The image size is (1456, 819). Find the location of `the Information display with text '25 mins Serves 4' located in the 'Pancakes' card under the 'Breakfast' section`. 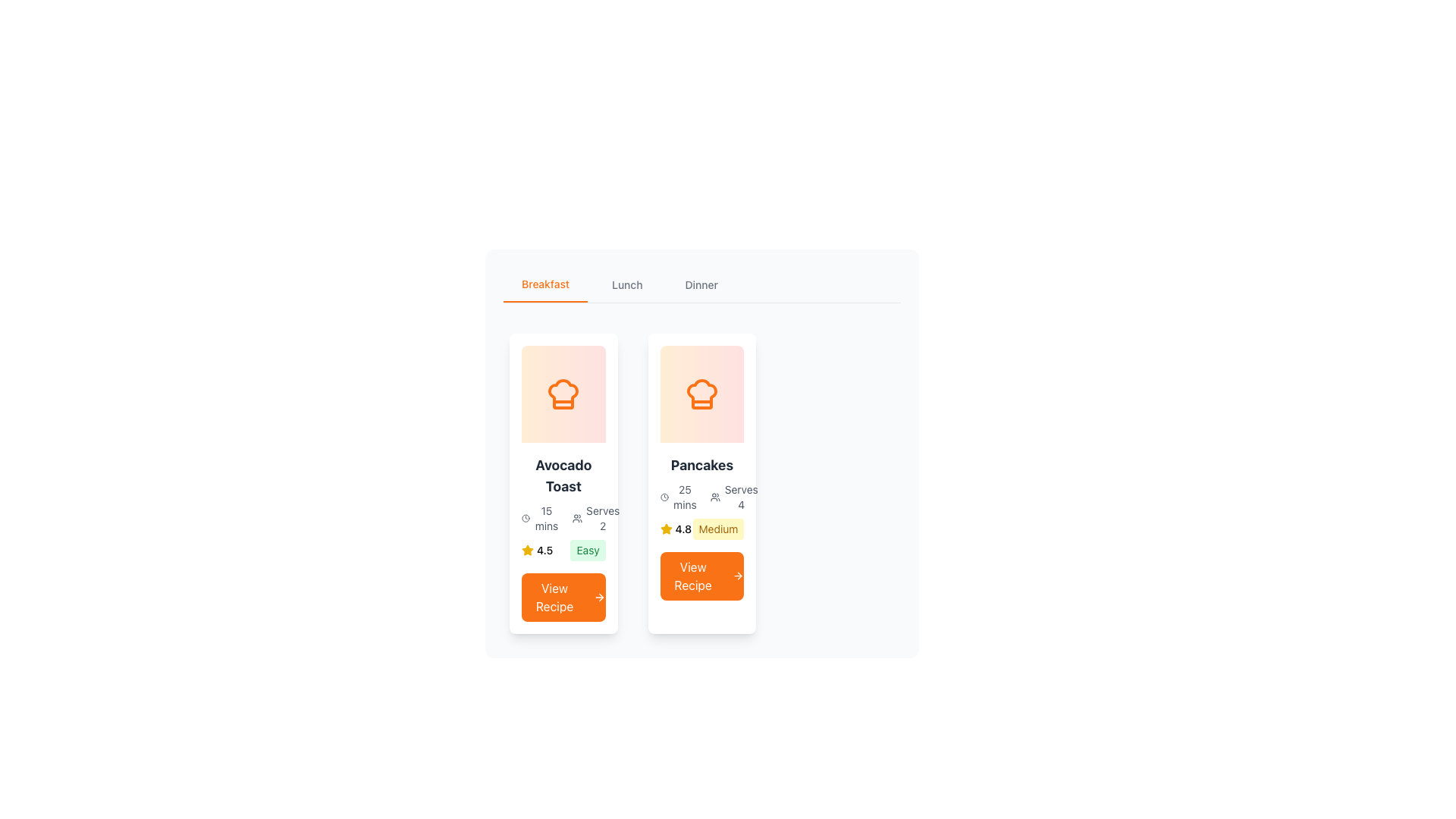

the Information display with text '25 mins Serves 4' located in the 'Pancakes' card under the 'Breakfast' section is located at coordinates (701, 497).